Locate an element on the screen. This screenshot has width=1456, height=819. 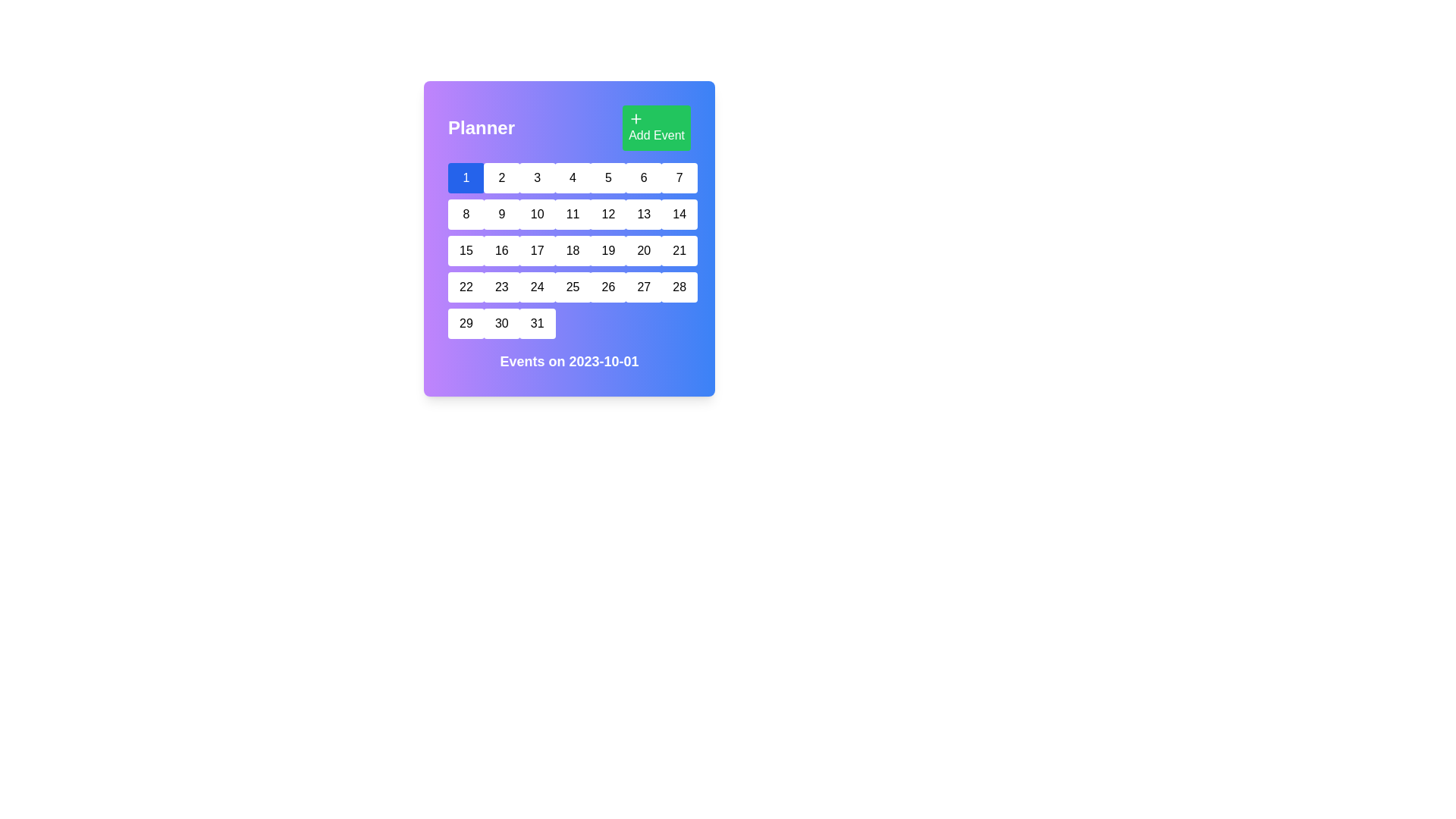
the square button labeled '20' with a white background and black text is located at coordinates (644, 250).